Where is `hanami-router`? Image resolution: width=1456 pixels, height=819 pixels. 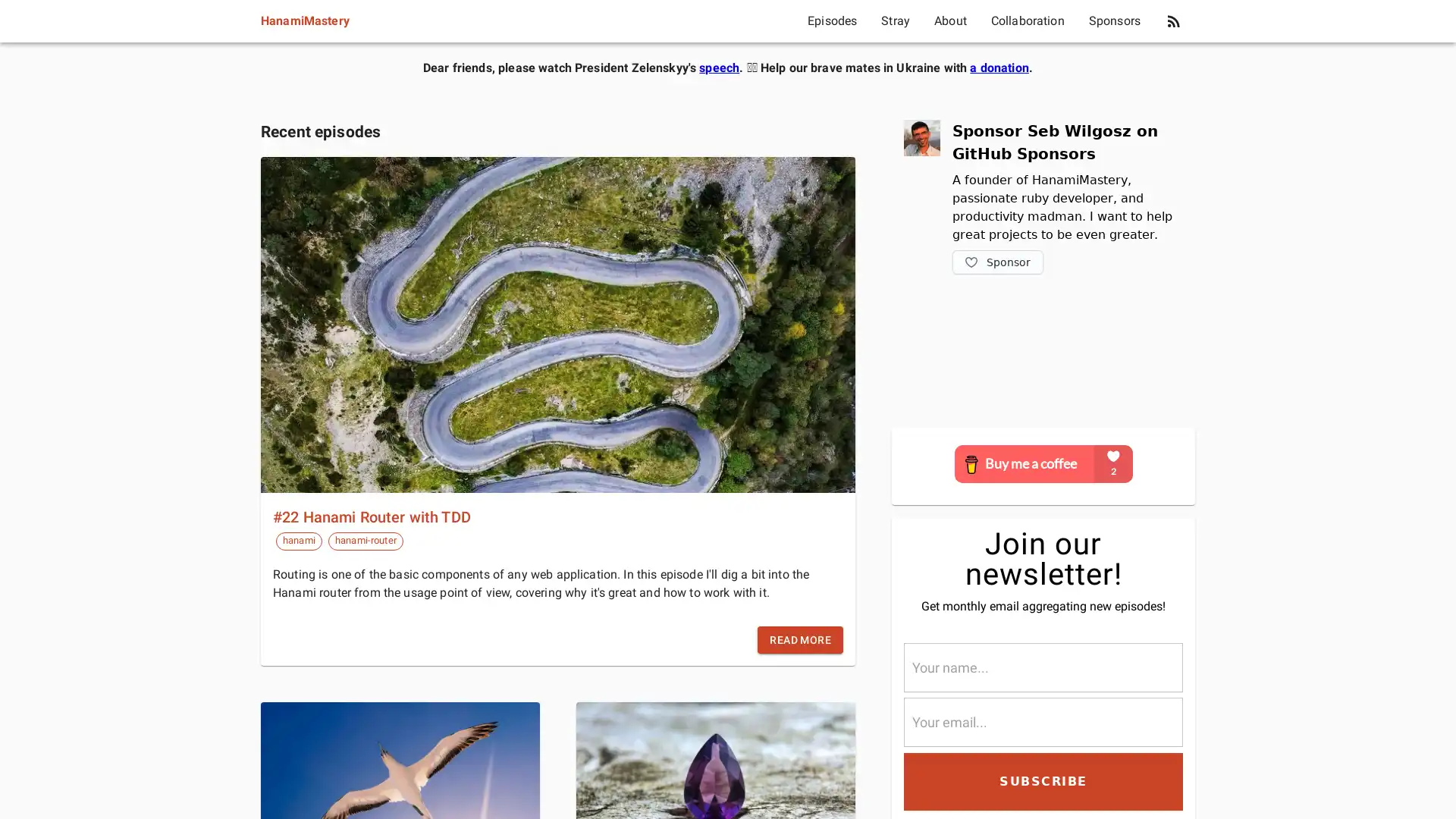 hanami-router is located at coordinates (365, 540).